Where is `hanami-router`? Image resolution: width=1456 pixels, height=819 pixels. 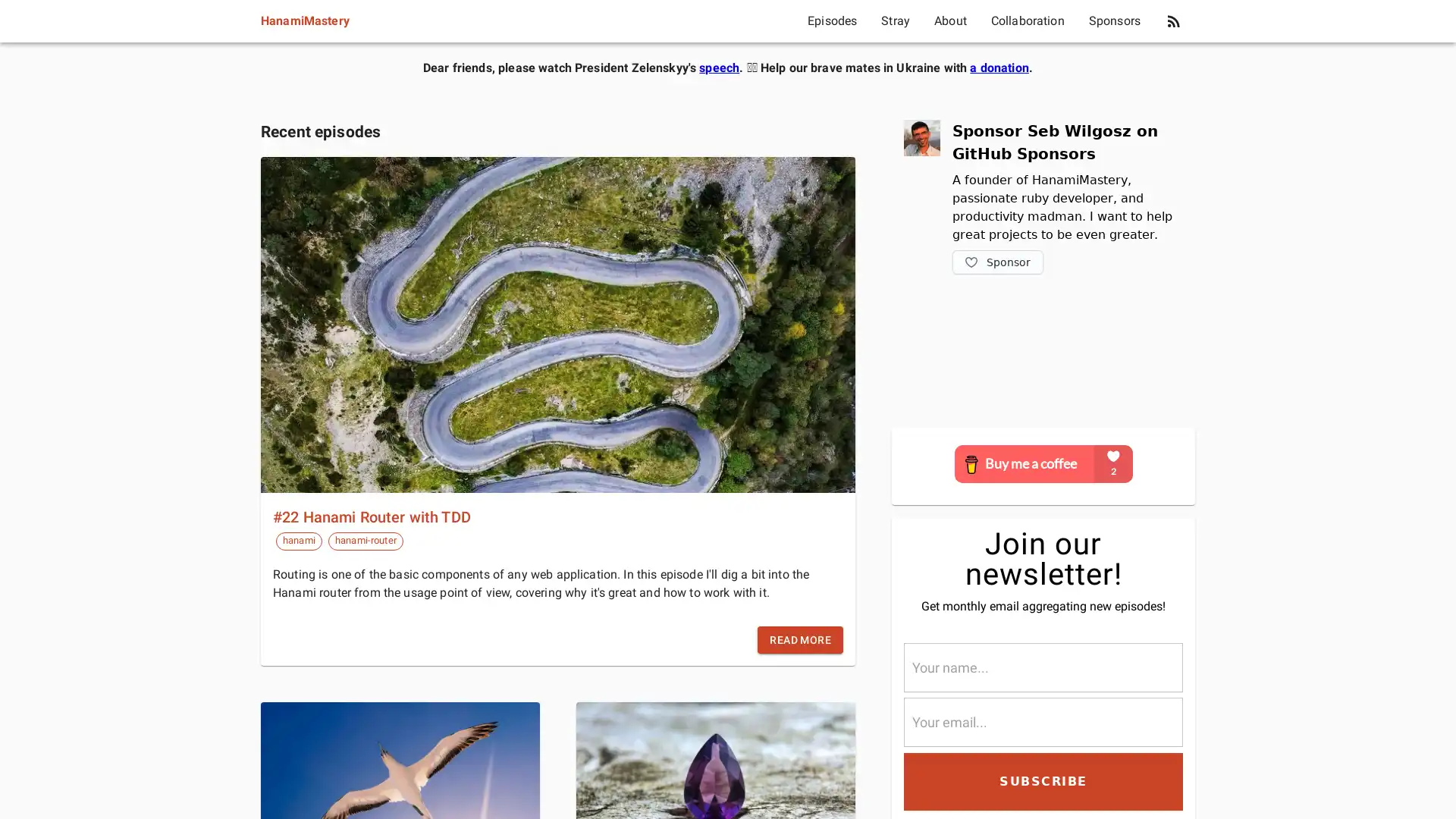 hanami-router is located at coordinates (365, 540).